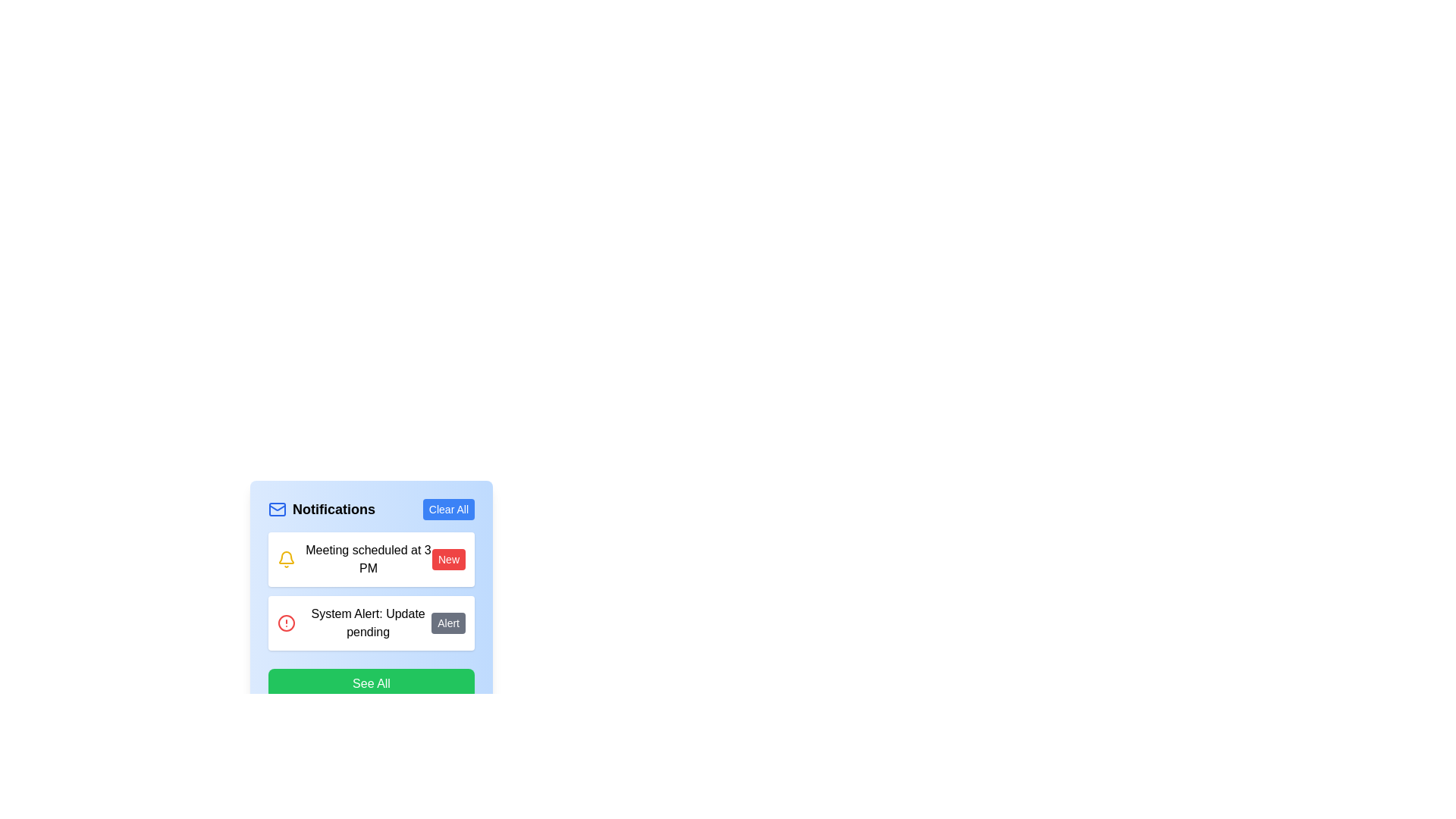  Describe the element at coordinates (277, 509) in the screenshot. I see `the mail icon represented by the blue-colored envelope in the Notifications section, located at the top-left corner of the notification panel` at that location.